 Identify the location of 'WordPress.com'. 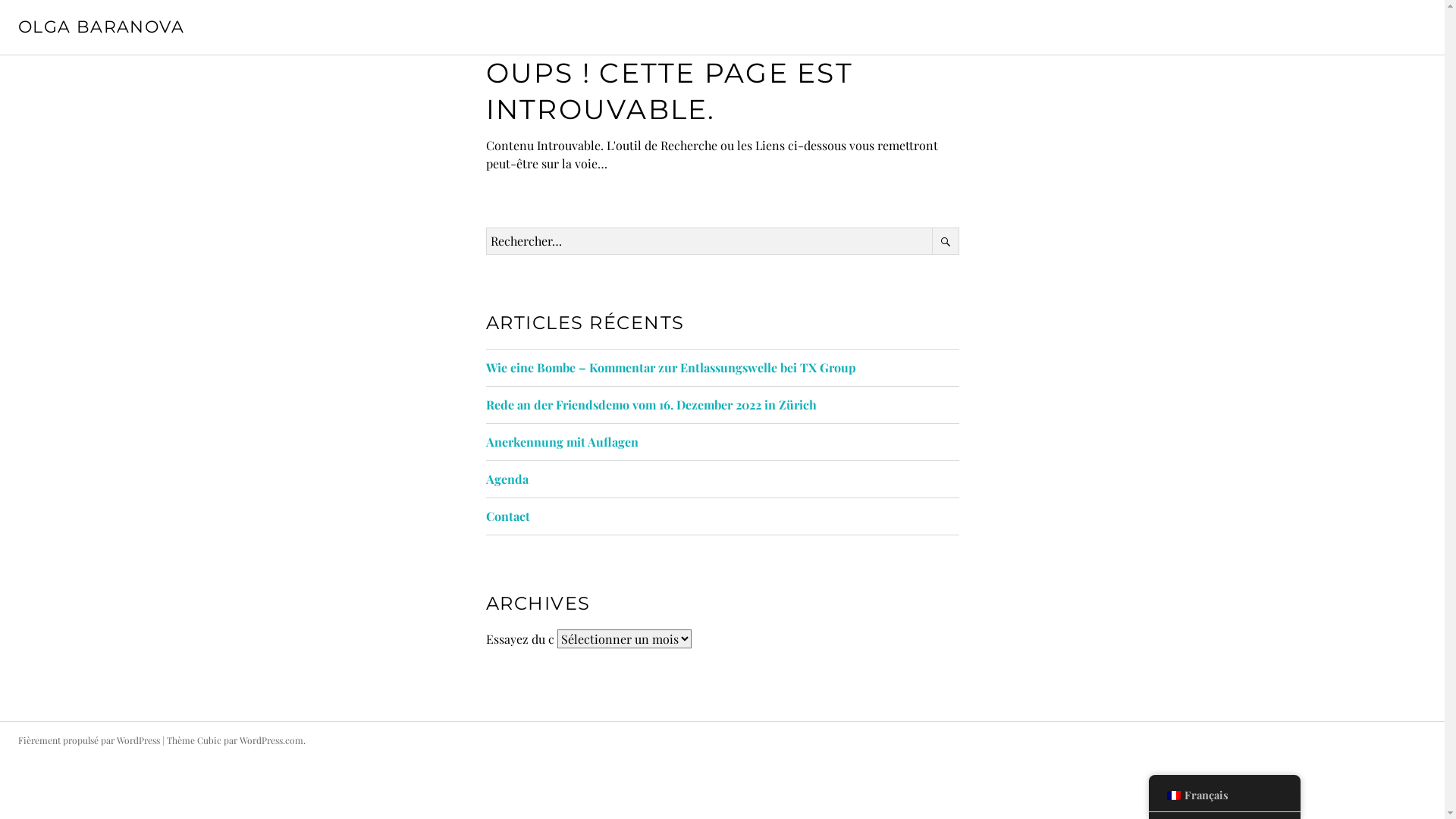
(271, 739).